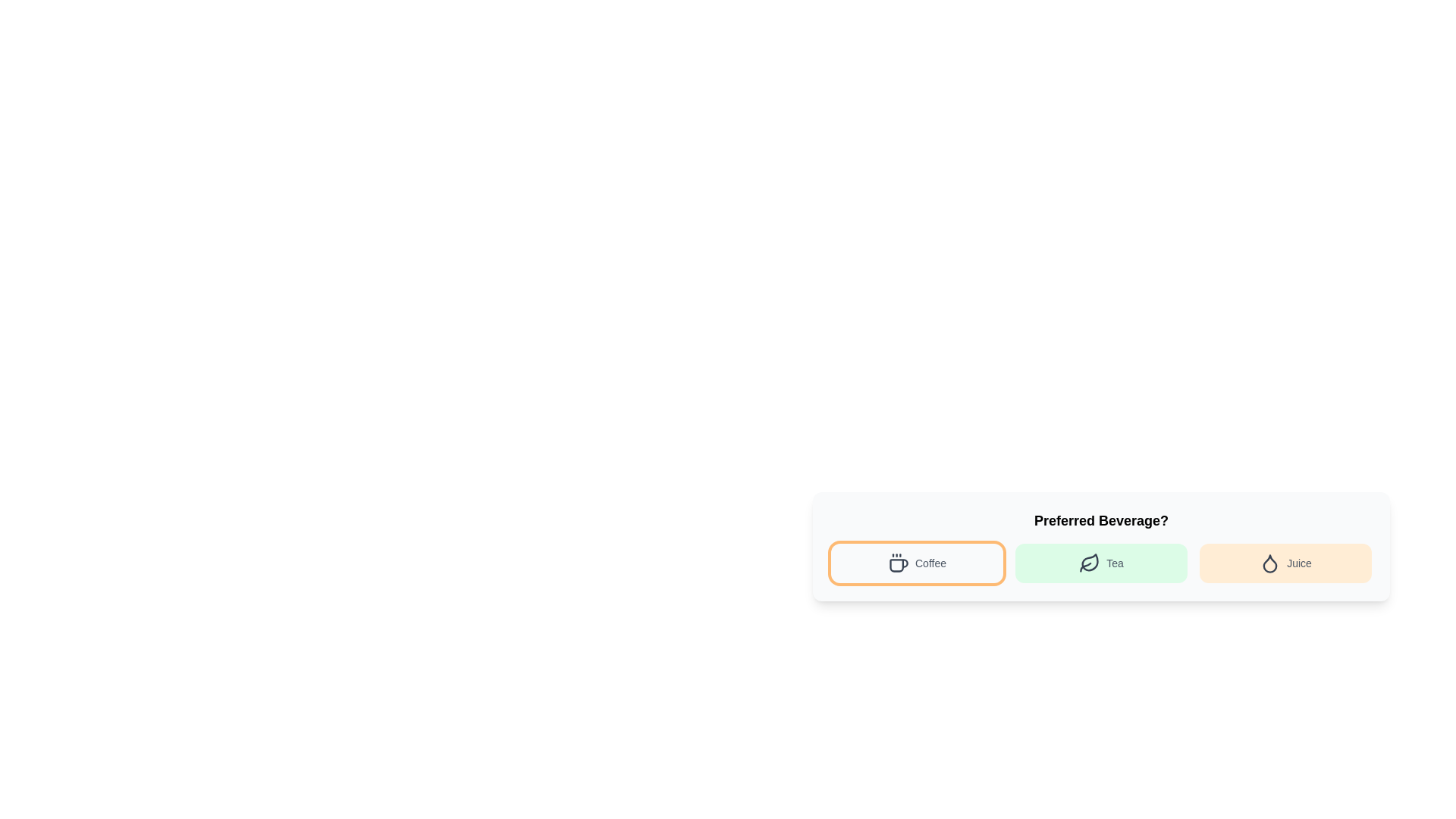 The height and width of the screenshot is (819, 1456). What do you see at coordinates (916, 563) in the screenshot?
I see `the button labeled 'Coffee', which is the first button in a group of beverage options and features a coffee cup icon and an orange border` at bounding box center [916, 563].